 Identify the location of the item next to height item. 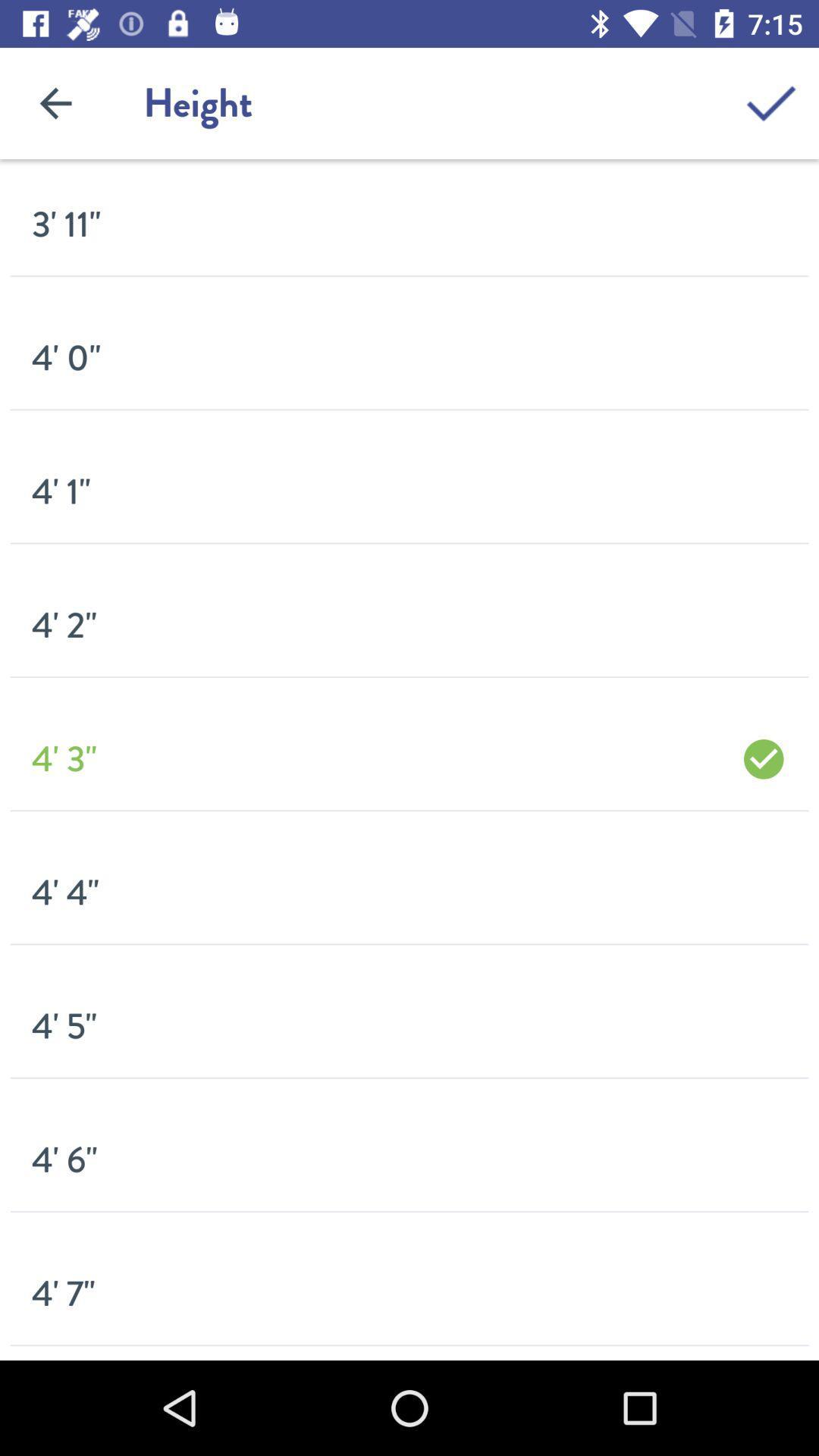
(55, 102).